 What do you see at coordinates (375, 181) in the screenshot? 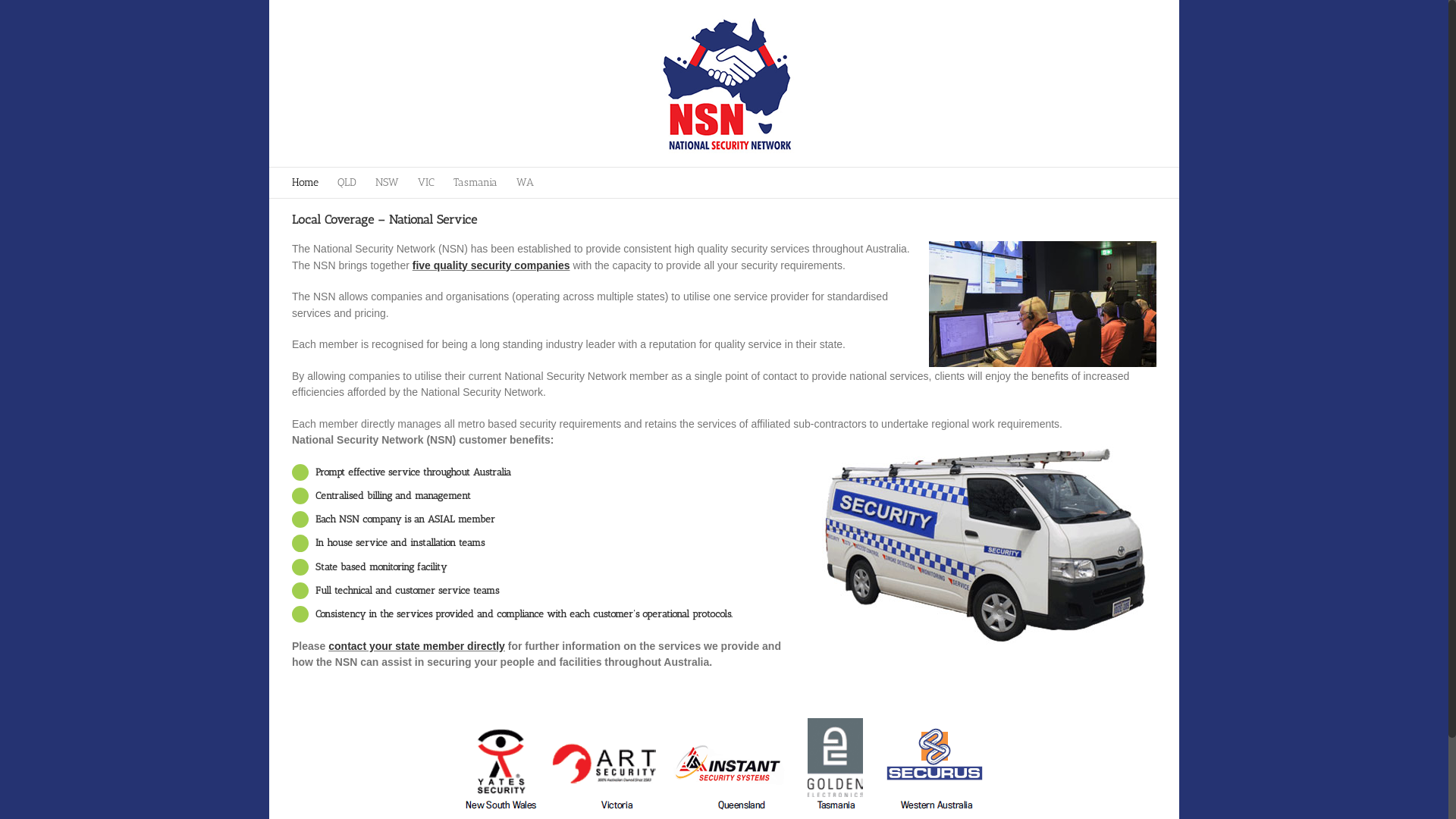
I see `'NSW'` at bounding box center [375, 181].